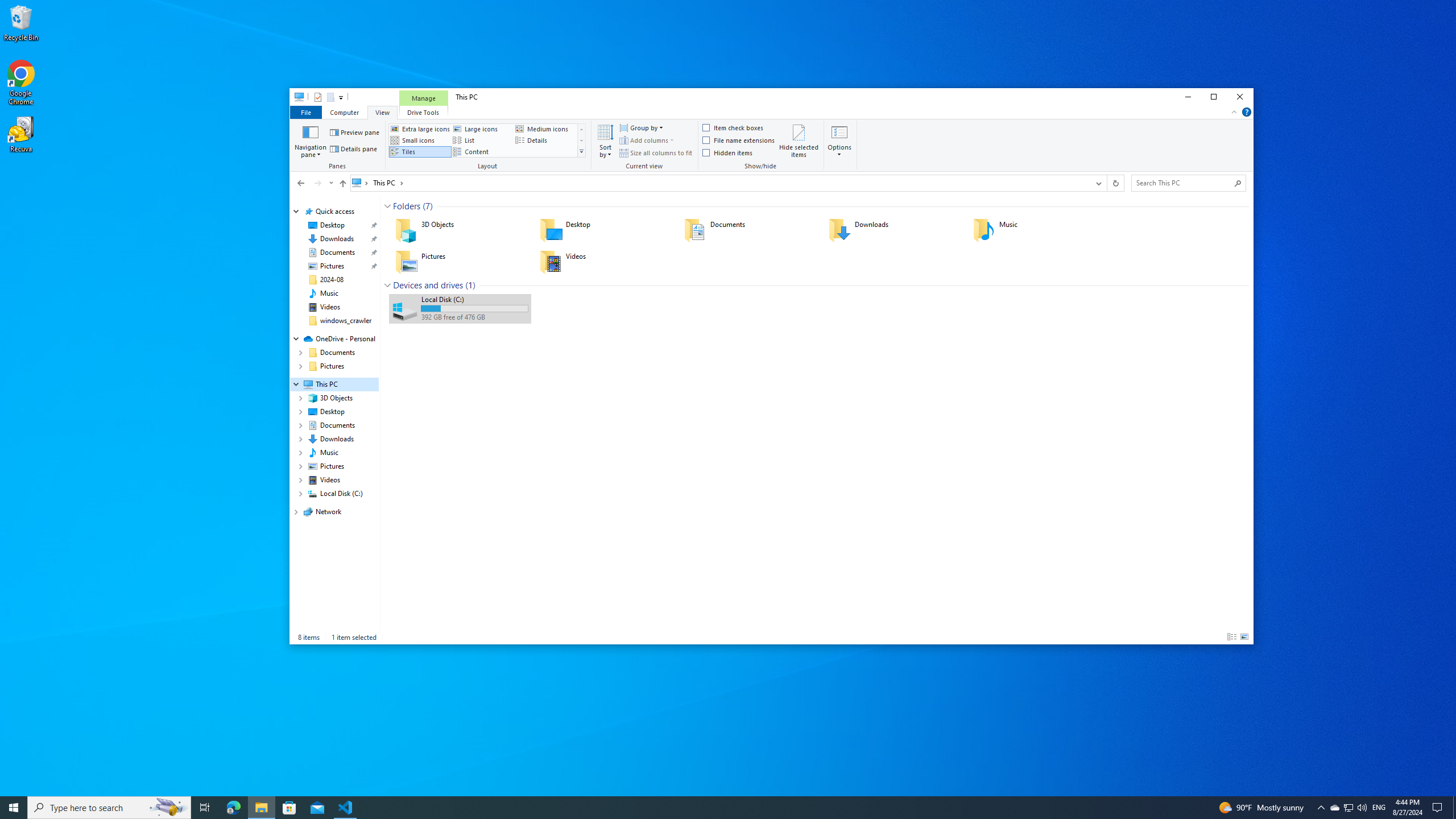  Describe the element at coordinates (1233, 111) in the screenshot. I see `'Minimize the Ribbon'` at that location.